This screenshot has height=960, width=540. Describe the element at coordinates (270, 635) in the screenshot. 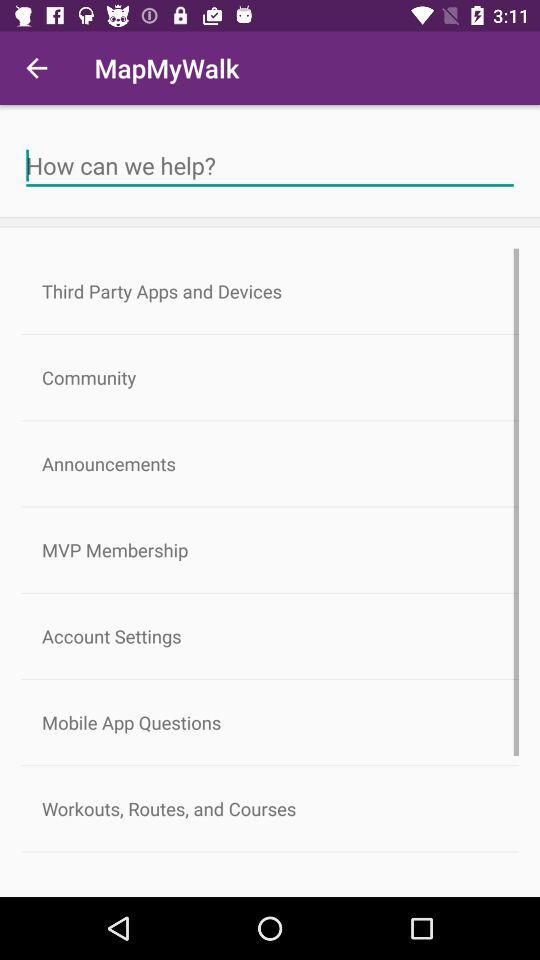

I see `account settings icon` at that location.